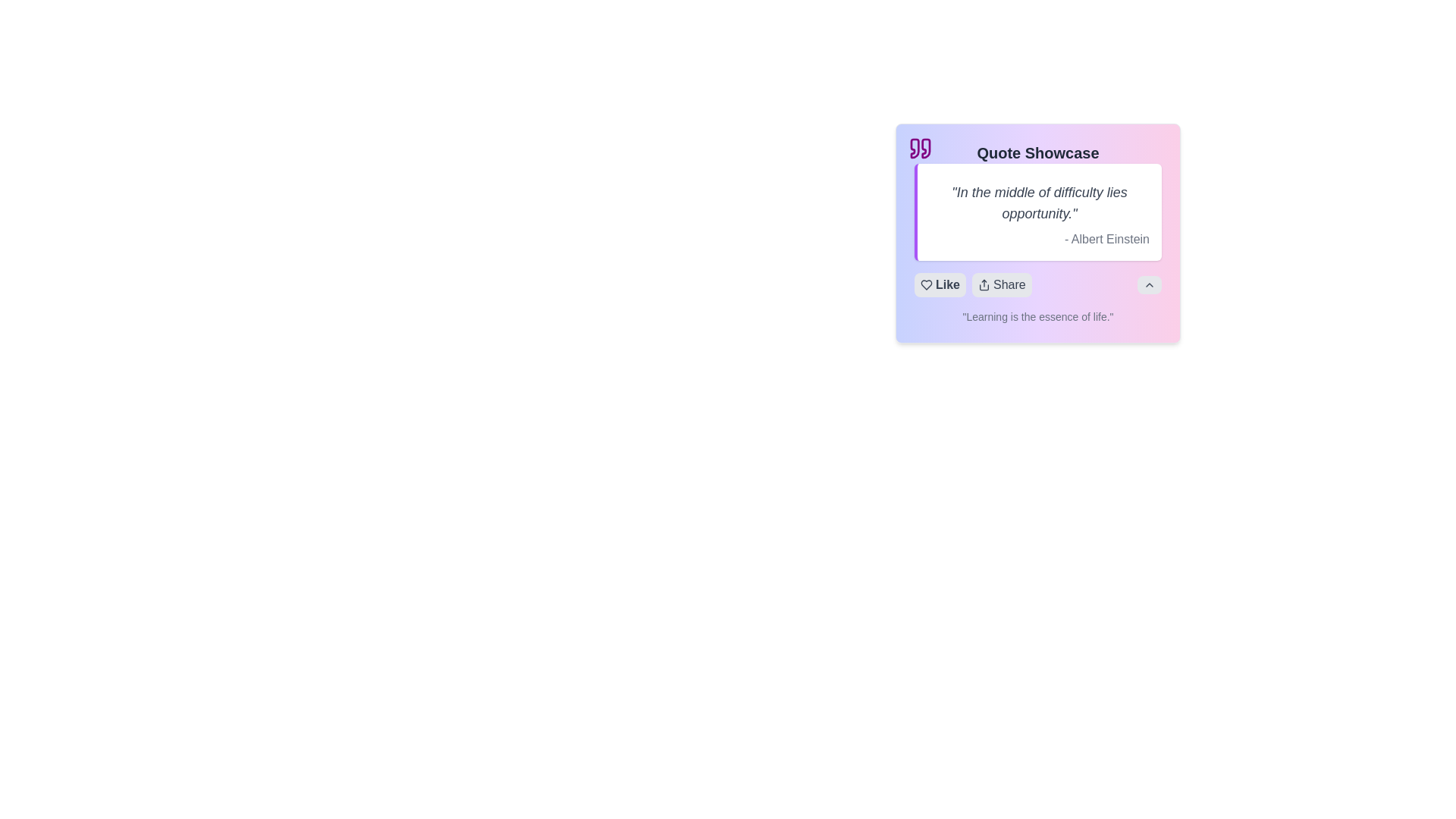 Image resolution: width=1456 pixels, height=819 pixels. What do you see at coordinates (939, 284) in the screenshot?
I see `the 'Like' button located at the bottom-left corner of the button group, which features a heart icon and is styled with rounded corners and a light gray background` at bounding box center [939, 284].